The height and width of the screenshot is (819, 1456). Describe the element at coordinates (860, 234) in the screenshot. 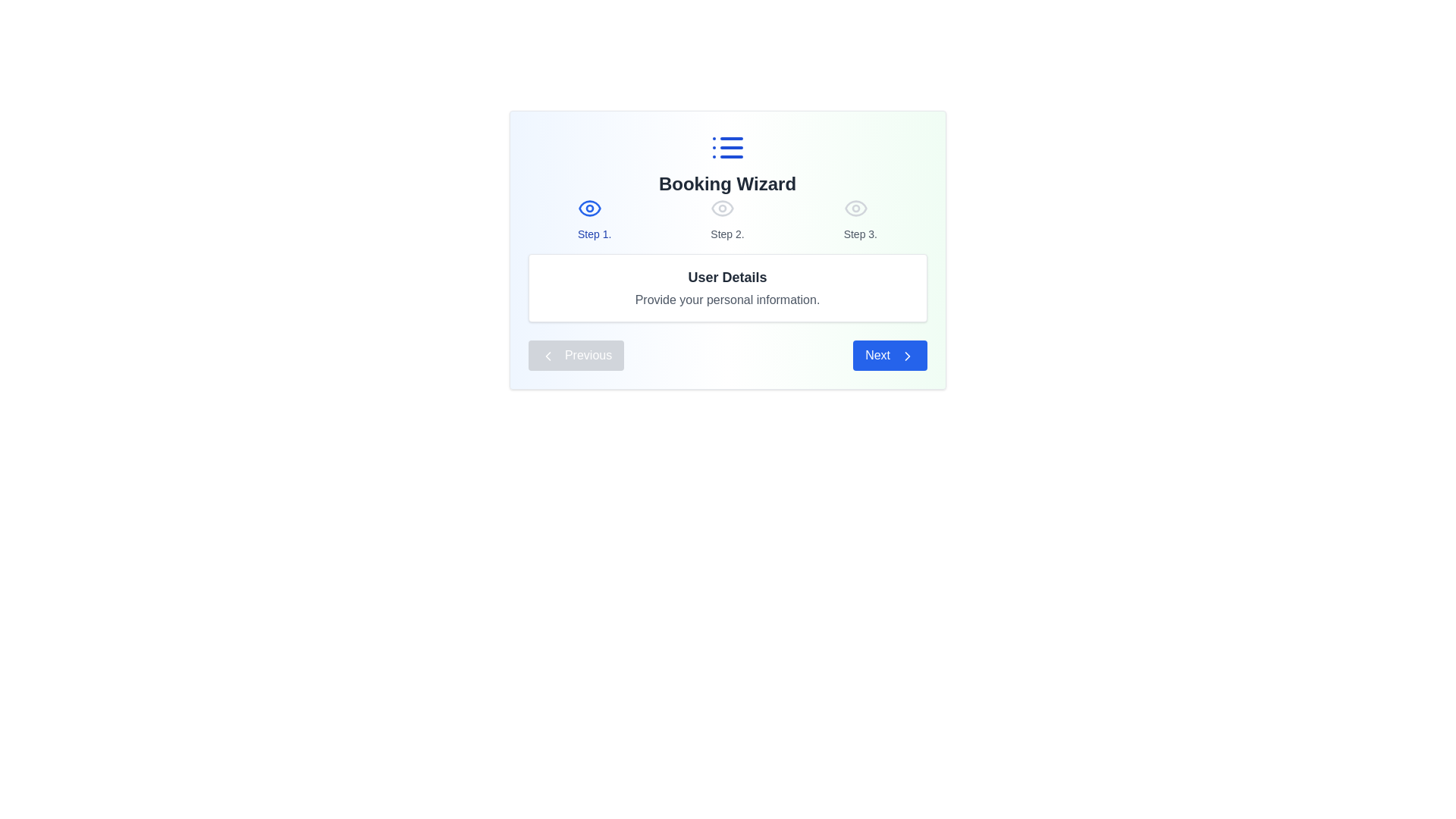

I see `the Text label displaying 'Step 3.' which is styled in medium-sized, gray-colored font, located at the top-center of the interface` at that location.